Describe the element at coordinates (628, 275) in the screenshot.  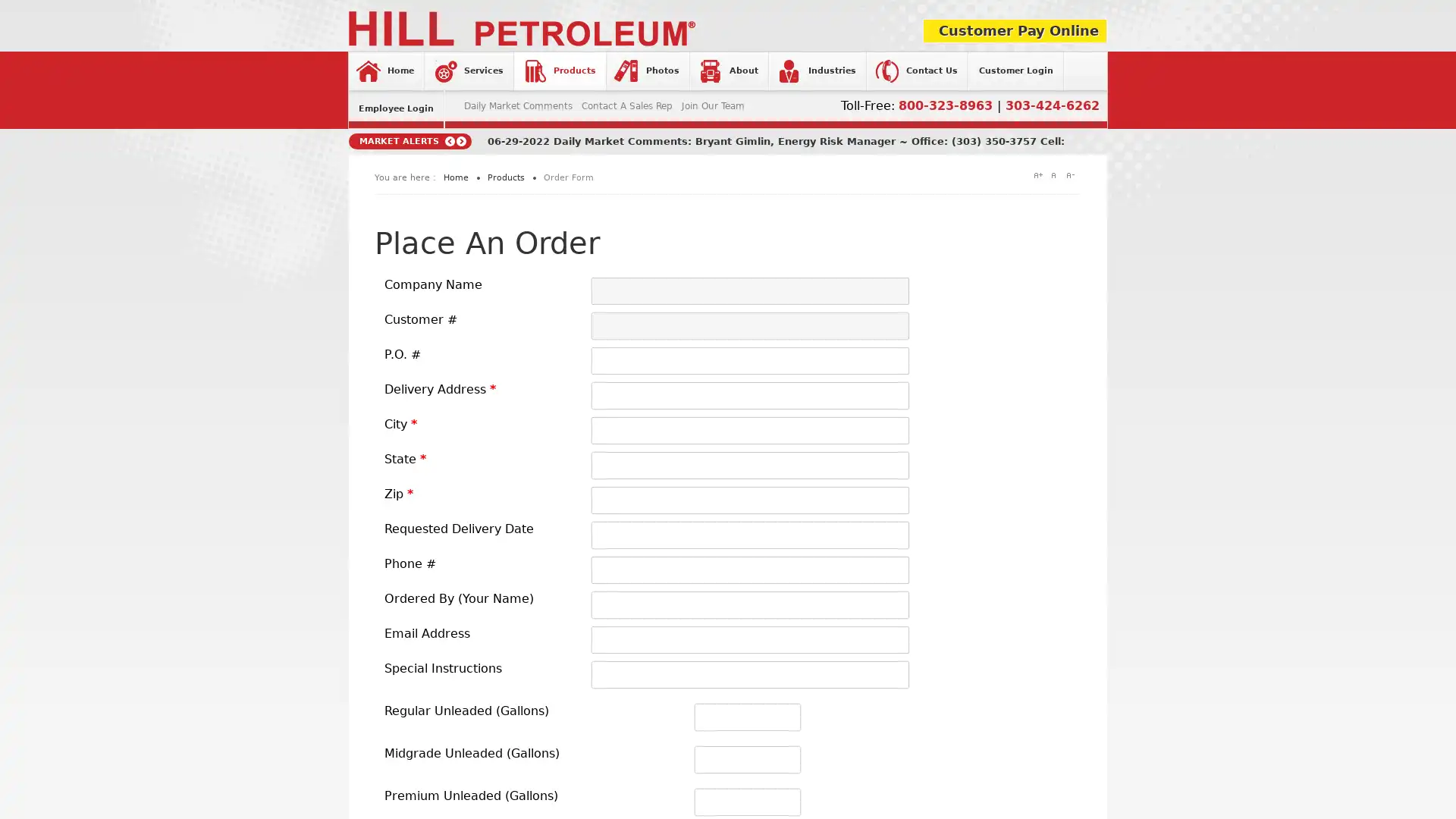
I see `Login` at that location.